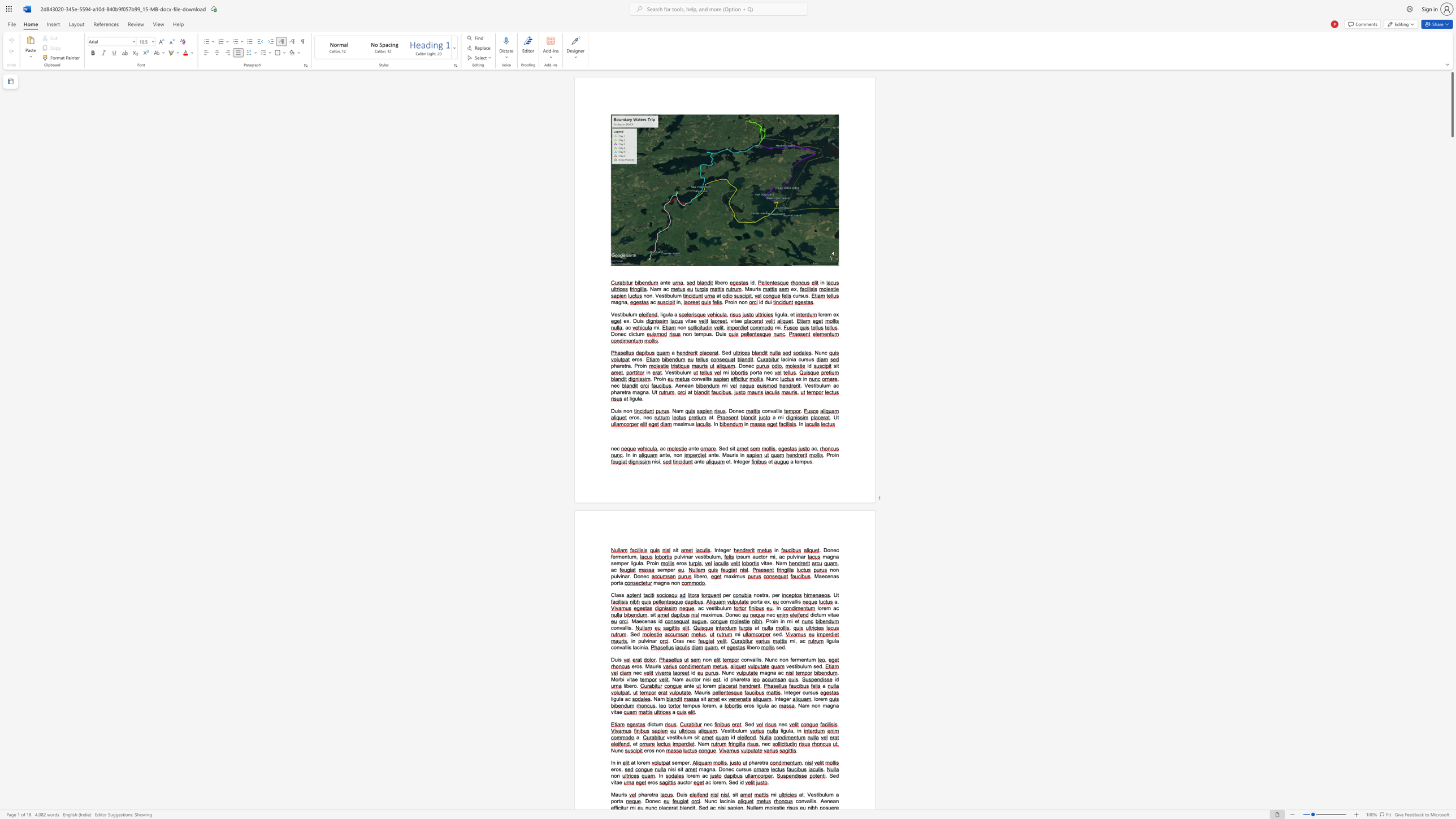 The height and width of the screenshot is (819, 1456). I want to click on the 2th character "c" in the text, so click(724, 800).